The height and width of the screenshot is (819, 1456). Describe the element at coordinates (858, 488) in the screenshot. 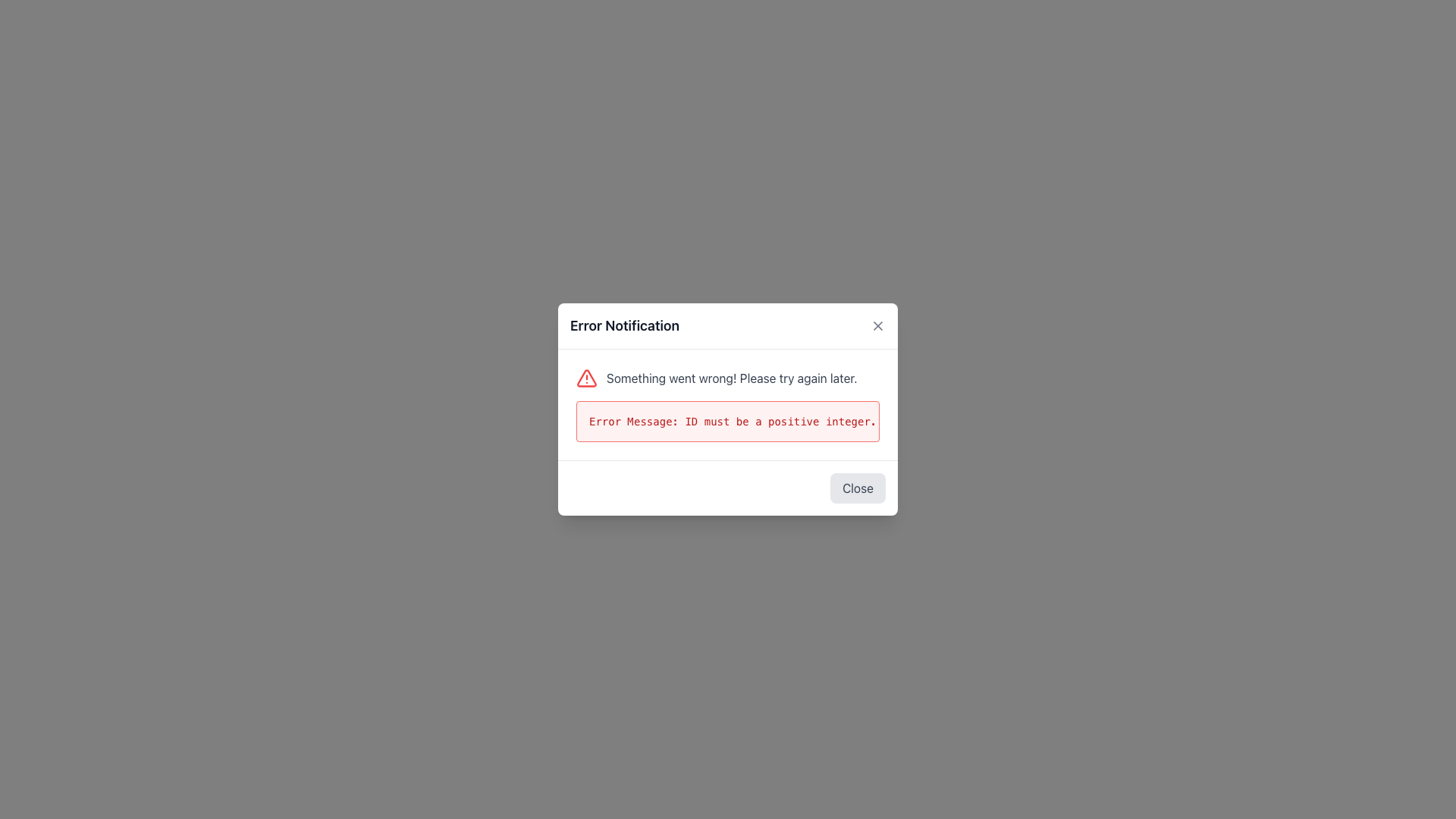

I see `the 'Close' button located at the bottom-right corner of the notification dialog` at that location.